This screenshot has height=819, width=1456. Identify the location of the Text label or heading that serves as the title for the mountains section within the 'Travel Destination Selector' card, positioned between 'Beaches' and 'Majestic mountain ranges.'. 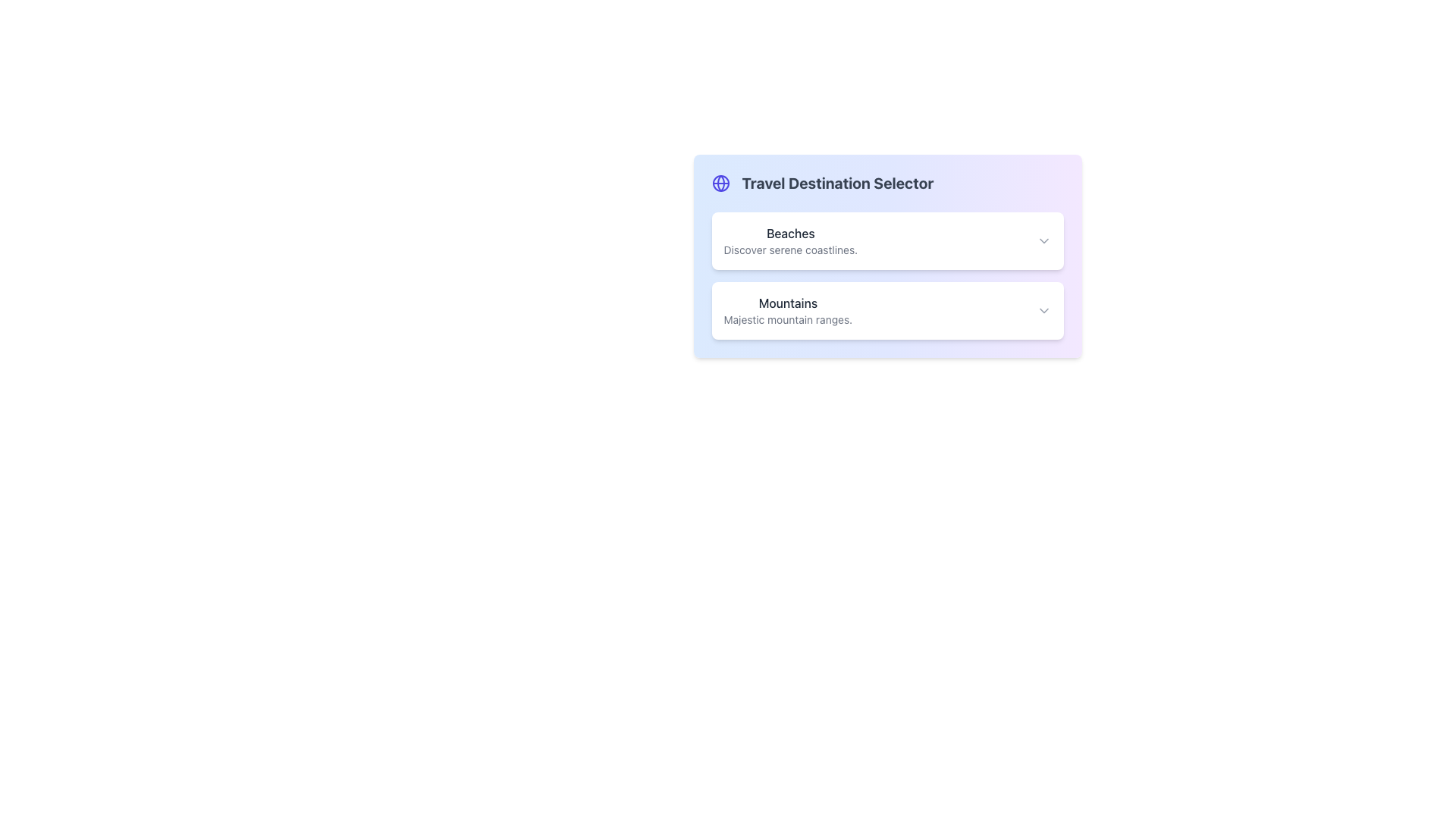
(788, 303).